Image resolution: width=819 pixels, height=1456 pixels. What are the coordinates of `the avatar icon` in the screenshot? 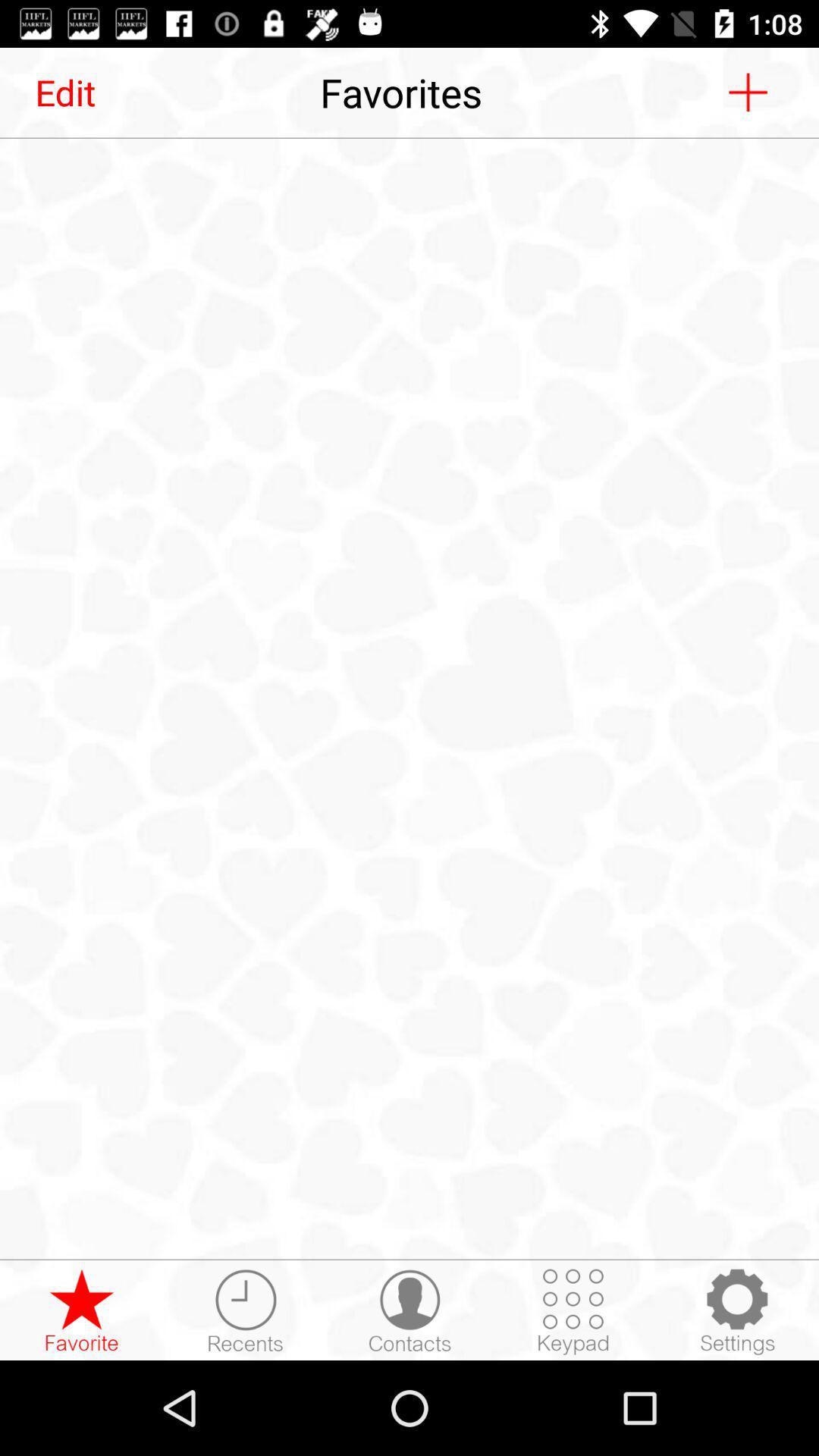 It's located at (409, 1310).